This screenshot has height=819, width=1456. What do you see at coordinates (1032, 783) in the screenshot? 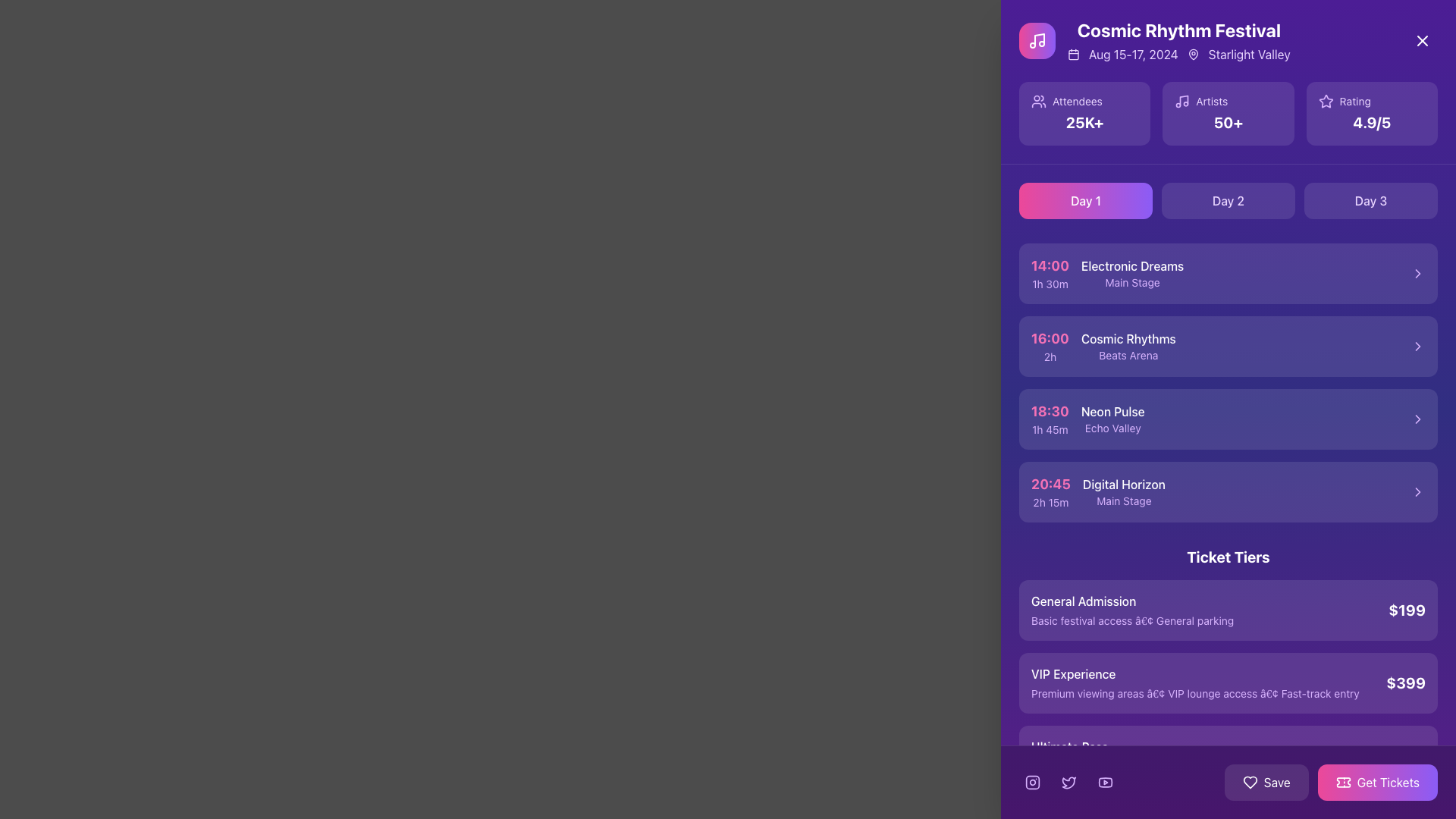
I see `the Instagram button located at the bottom-left corner of the interface` at bounding box center [1032, 783].